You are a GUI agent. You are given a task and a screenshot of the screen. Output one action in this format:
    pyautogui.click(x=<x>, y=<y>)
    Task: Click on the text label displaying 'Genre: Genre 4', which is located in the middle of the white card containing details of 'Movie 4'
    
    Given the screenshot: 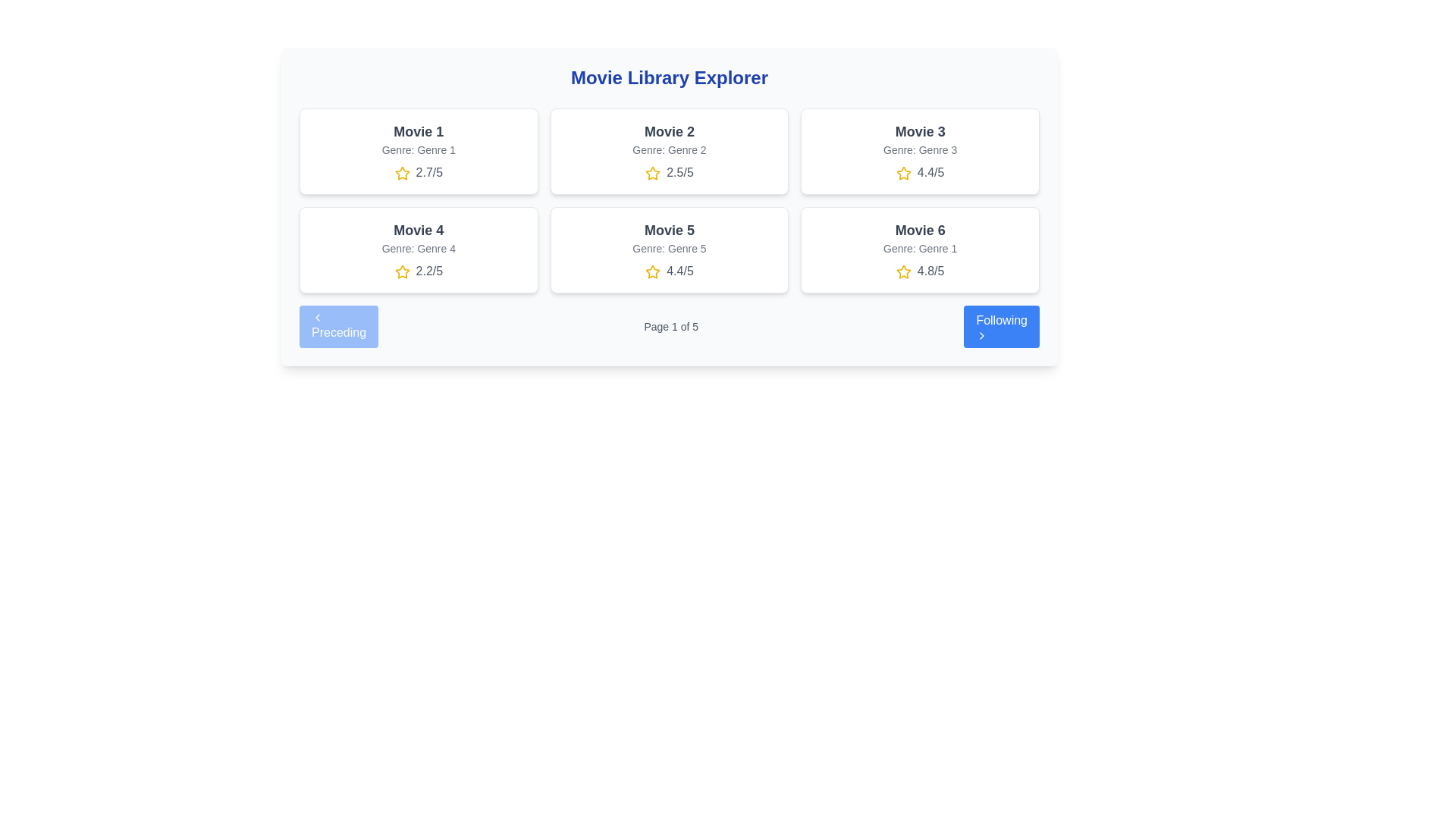 What is the action you would take?
    pyautogui.click(x=419, y=247)
    